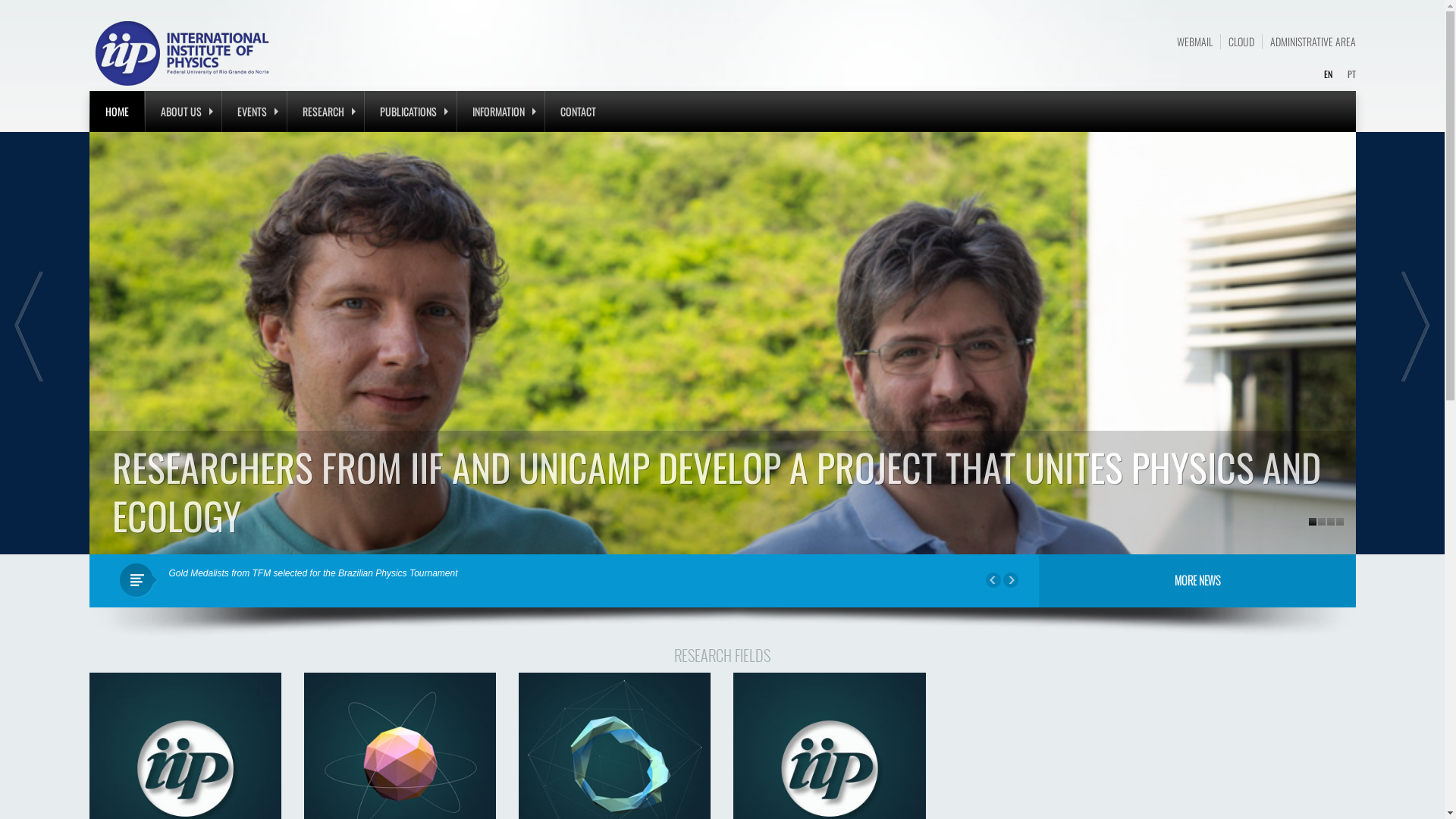 The image size is (1456, 819). I want to click on 'EVENTS', so click(253, 110).